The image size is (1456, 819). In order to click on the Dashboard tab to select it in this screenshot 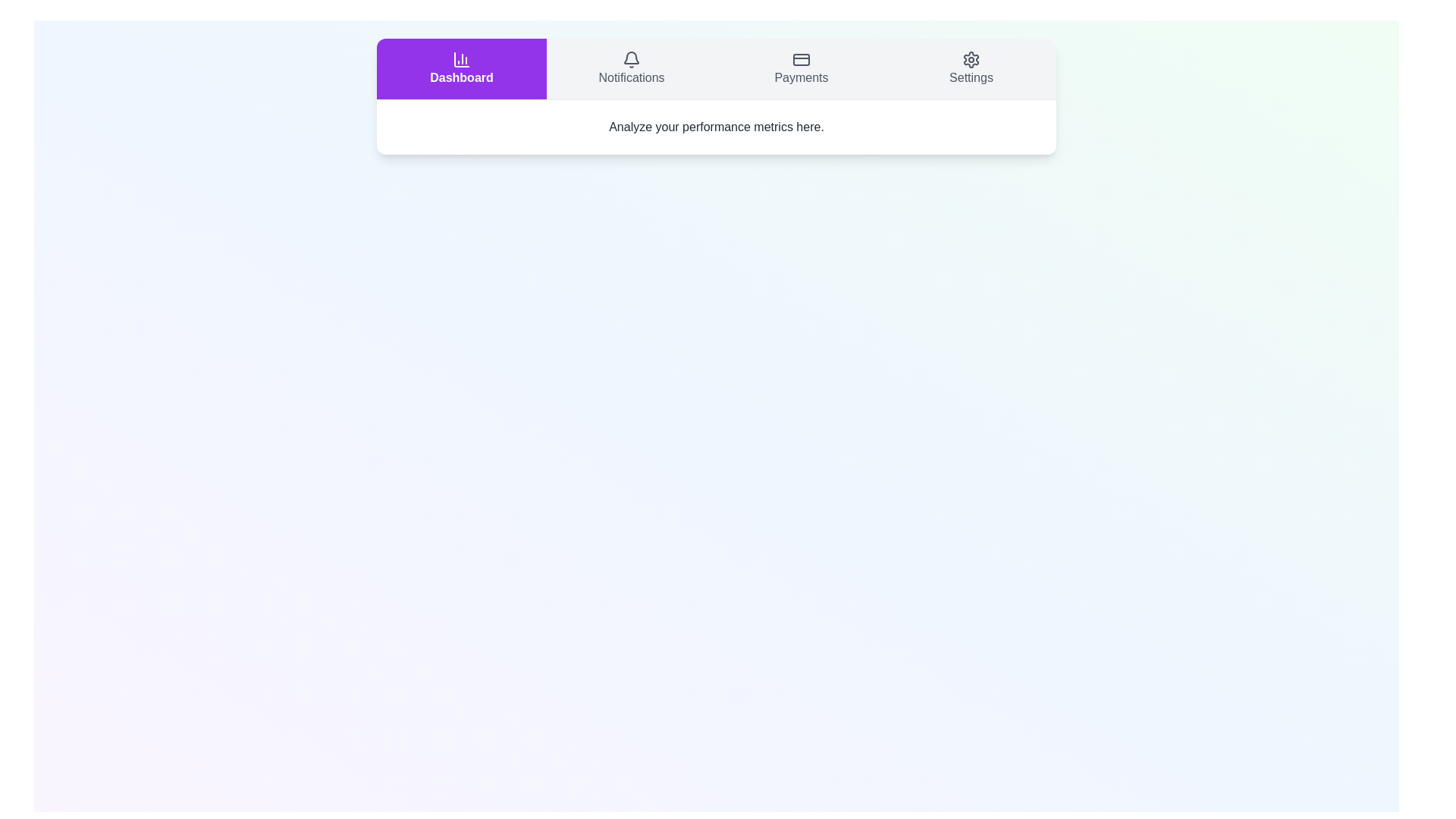, I will do `click(461, 69)`.